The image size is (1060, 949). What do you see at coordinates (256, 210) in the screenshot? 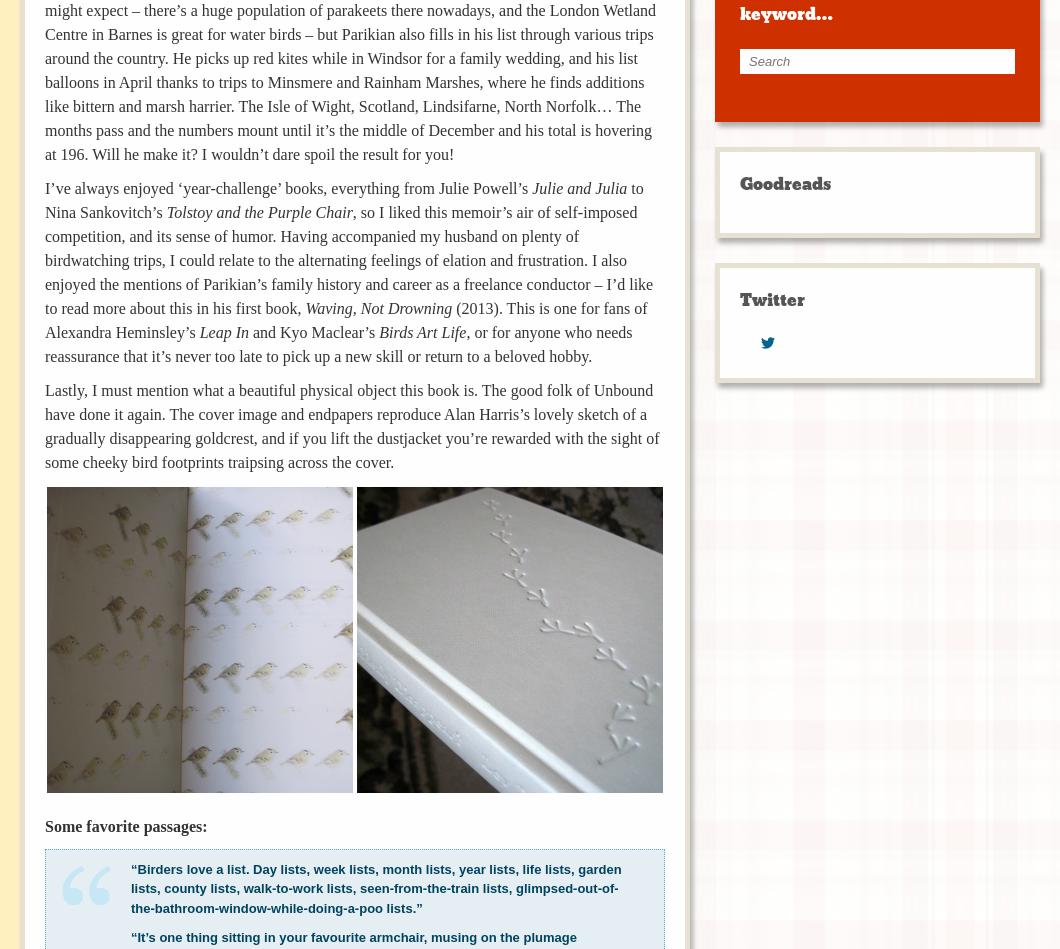
I see `'Tolstoy and the Purple Chair'` at bounding box center [256, 210].